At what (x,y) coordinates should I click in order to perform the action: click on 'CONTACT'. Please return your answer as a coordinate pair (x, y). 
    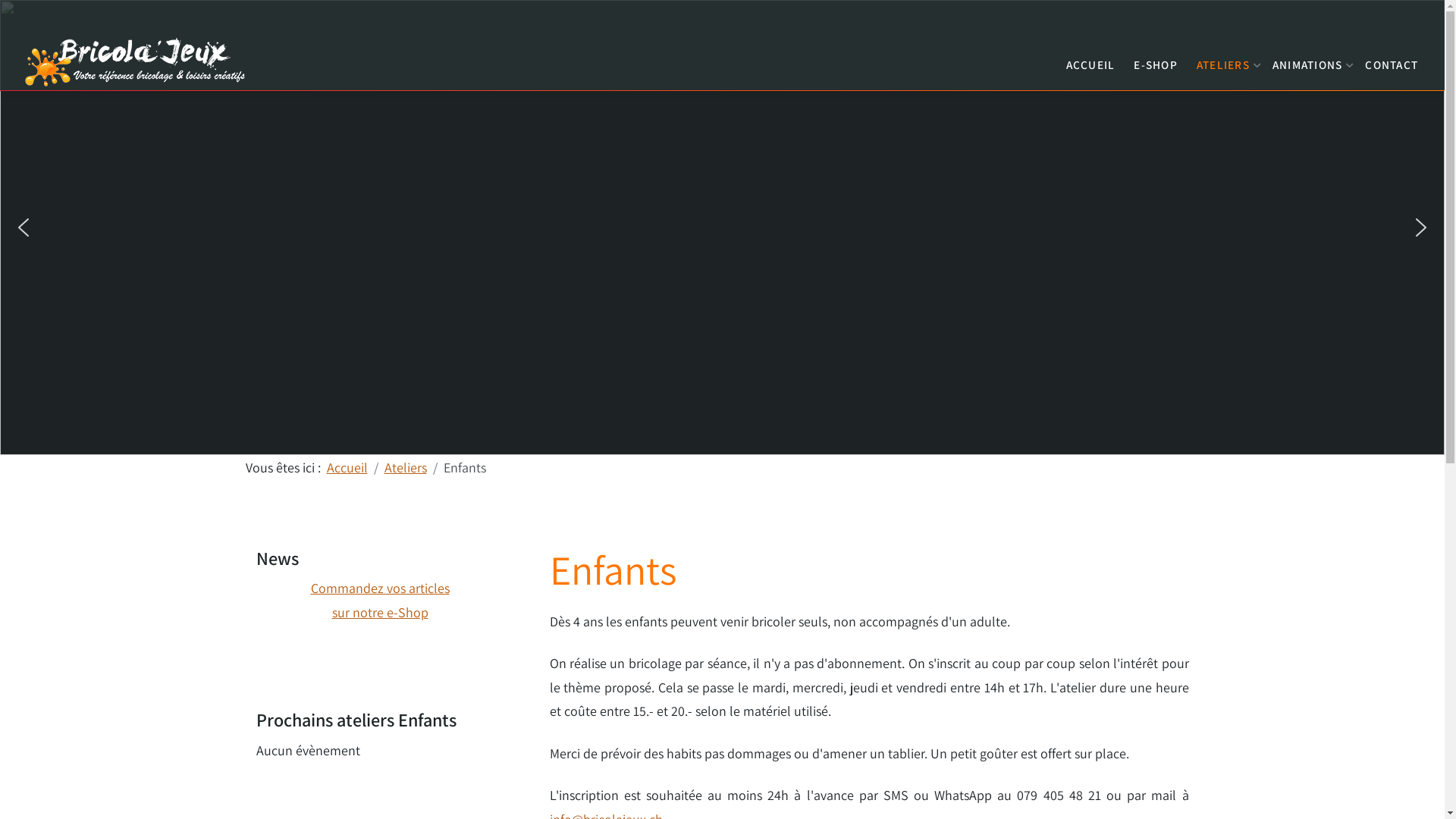
    Looking at the image, I should click on (1361, 60).